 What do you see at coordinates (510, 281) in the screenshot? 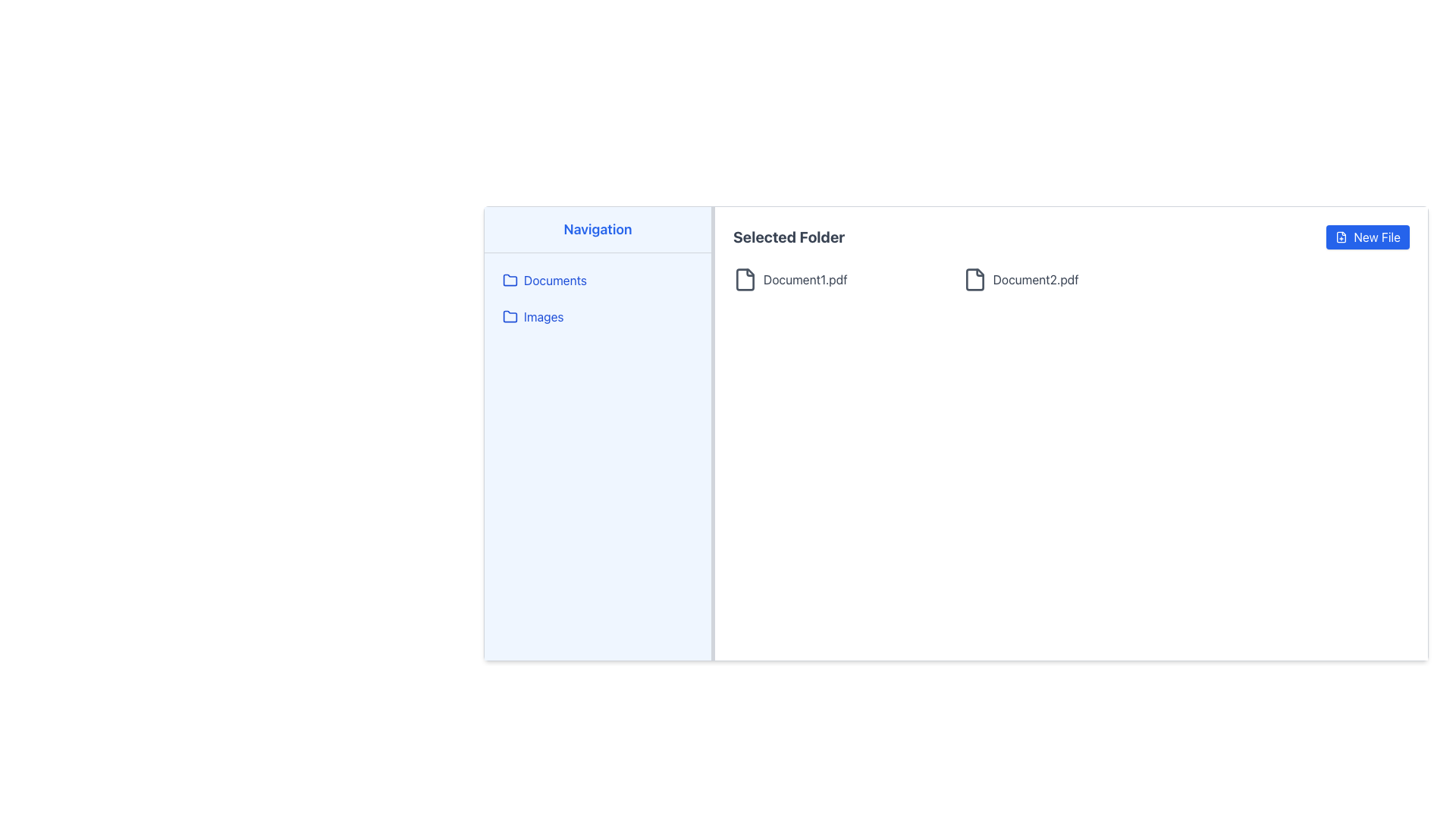
I see `the blue folder-like icon located to the left of the 'Documents' text label in the navigation menu` at bounding box center [510, 281].